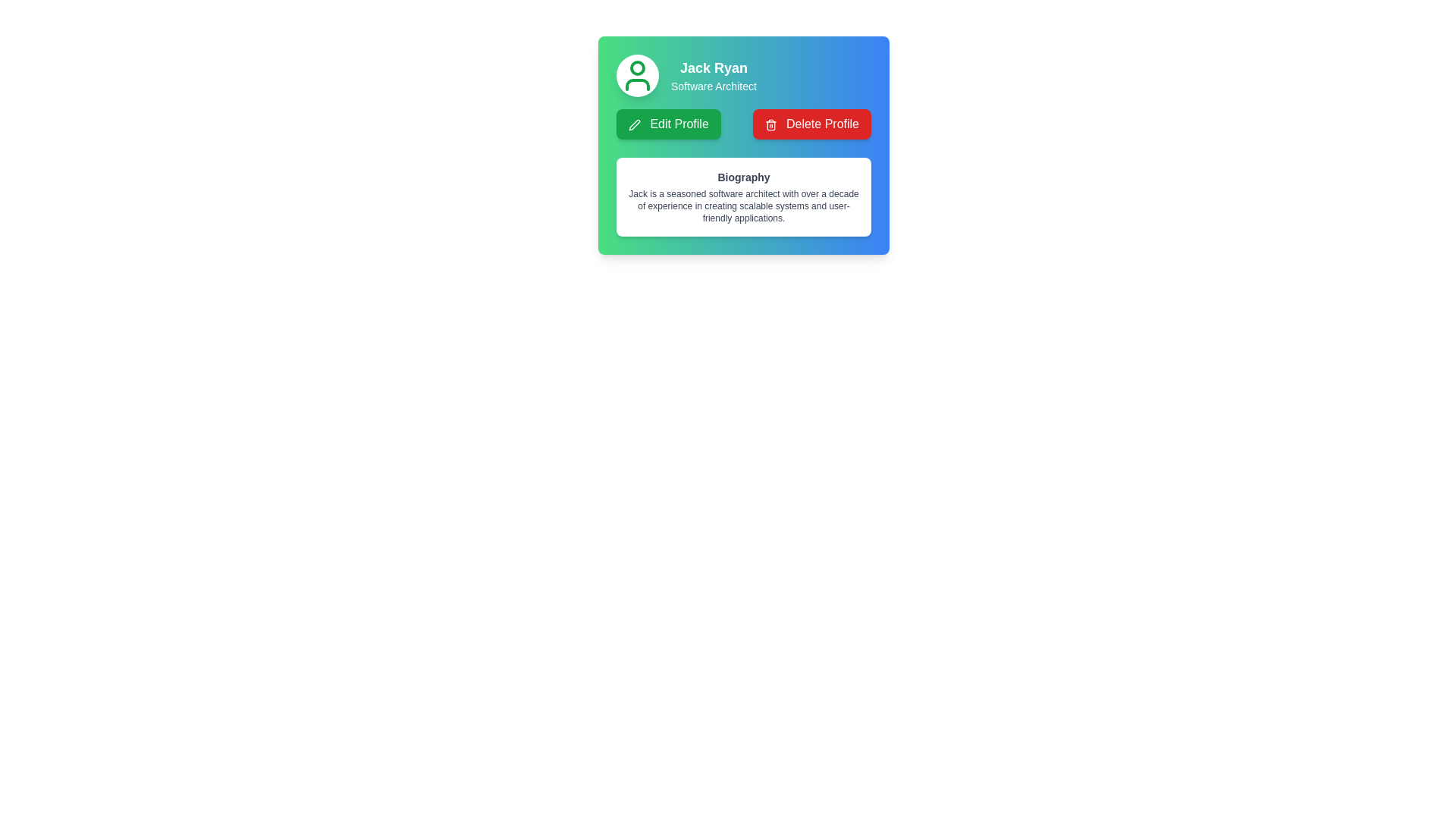 This screenshot has width=1456, height=819. I want to click on the static text element displaying the user's name and role, located in the upper-right corner of the header of a card layout, to the right of the user profile icon, so click(713, 76).